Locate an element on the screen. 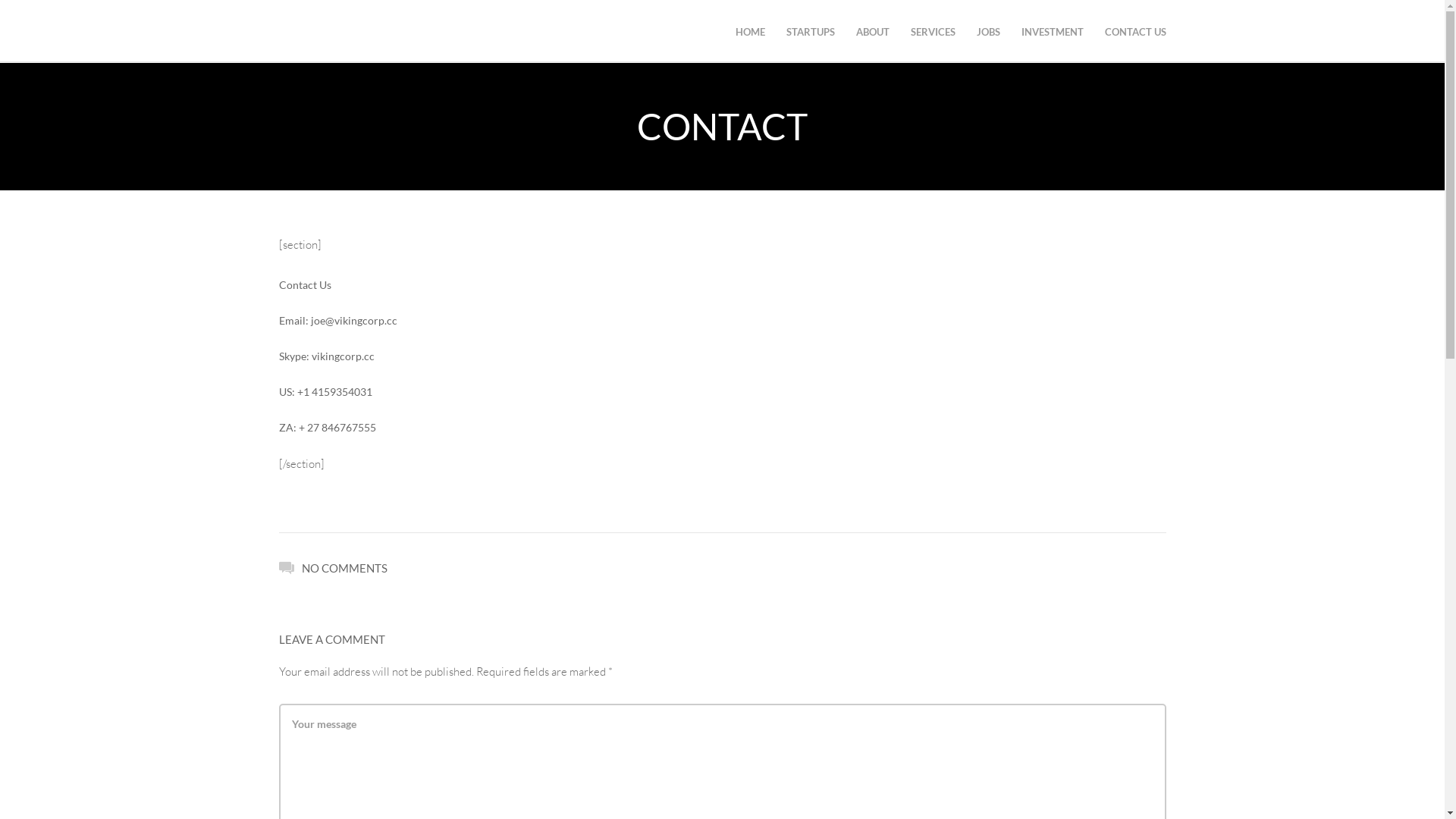 This screenshot has width=1456, height=819. 'CONTACT US' is located at coordinates (1134, 32).